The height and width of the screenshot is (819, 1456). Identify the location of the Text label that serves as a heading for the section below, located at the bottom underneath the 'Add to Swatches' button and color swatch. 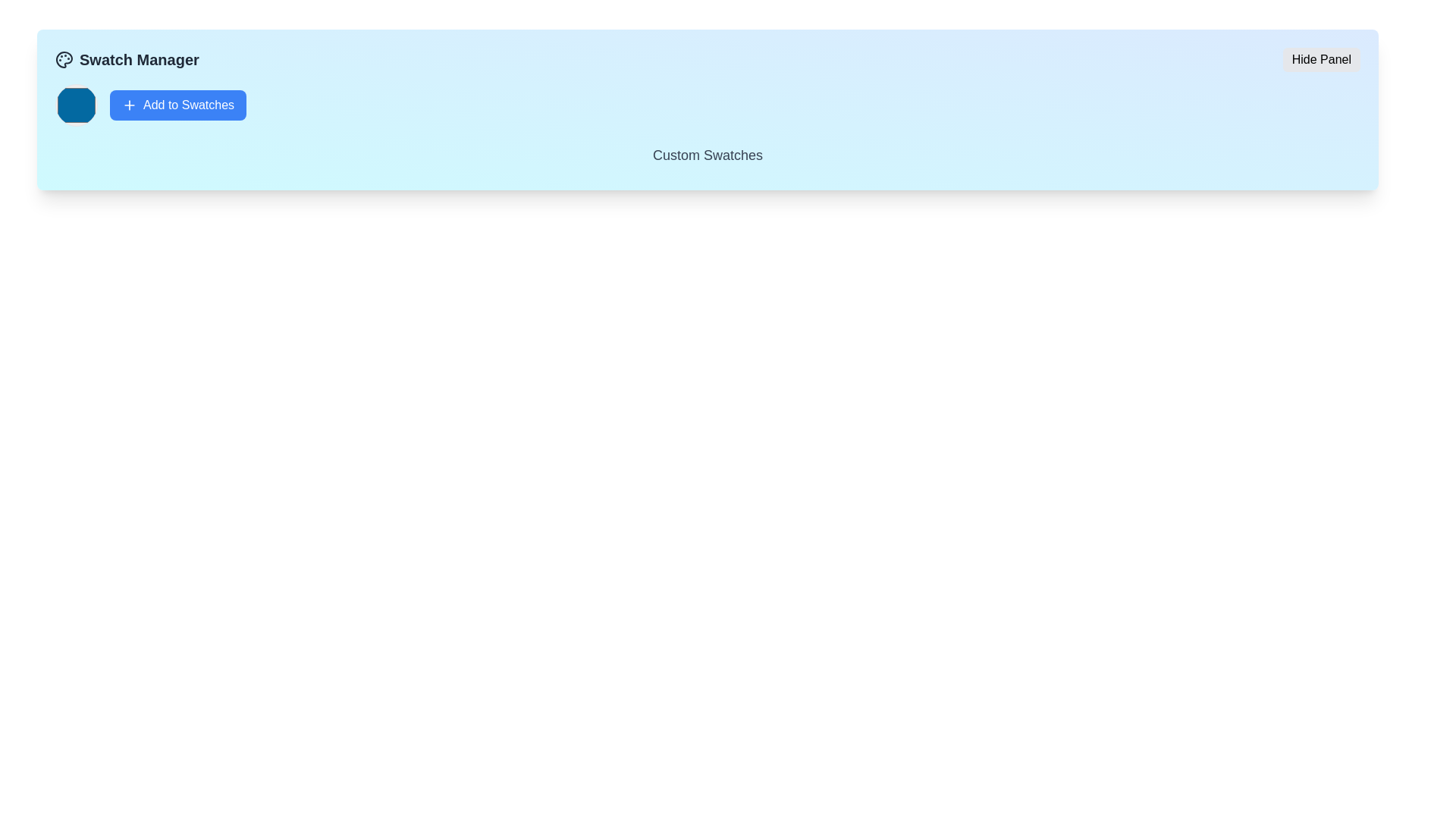
(707, 158).